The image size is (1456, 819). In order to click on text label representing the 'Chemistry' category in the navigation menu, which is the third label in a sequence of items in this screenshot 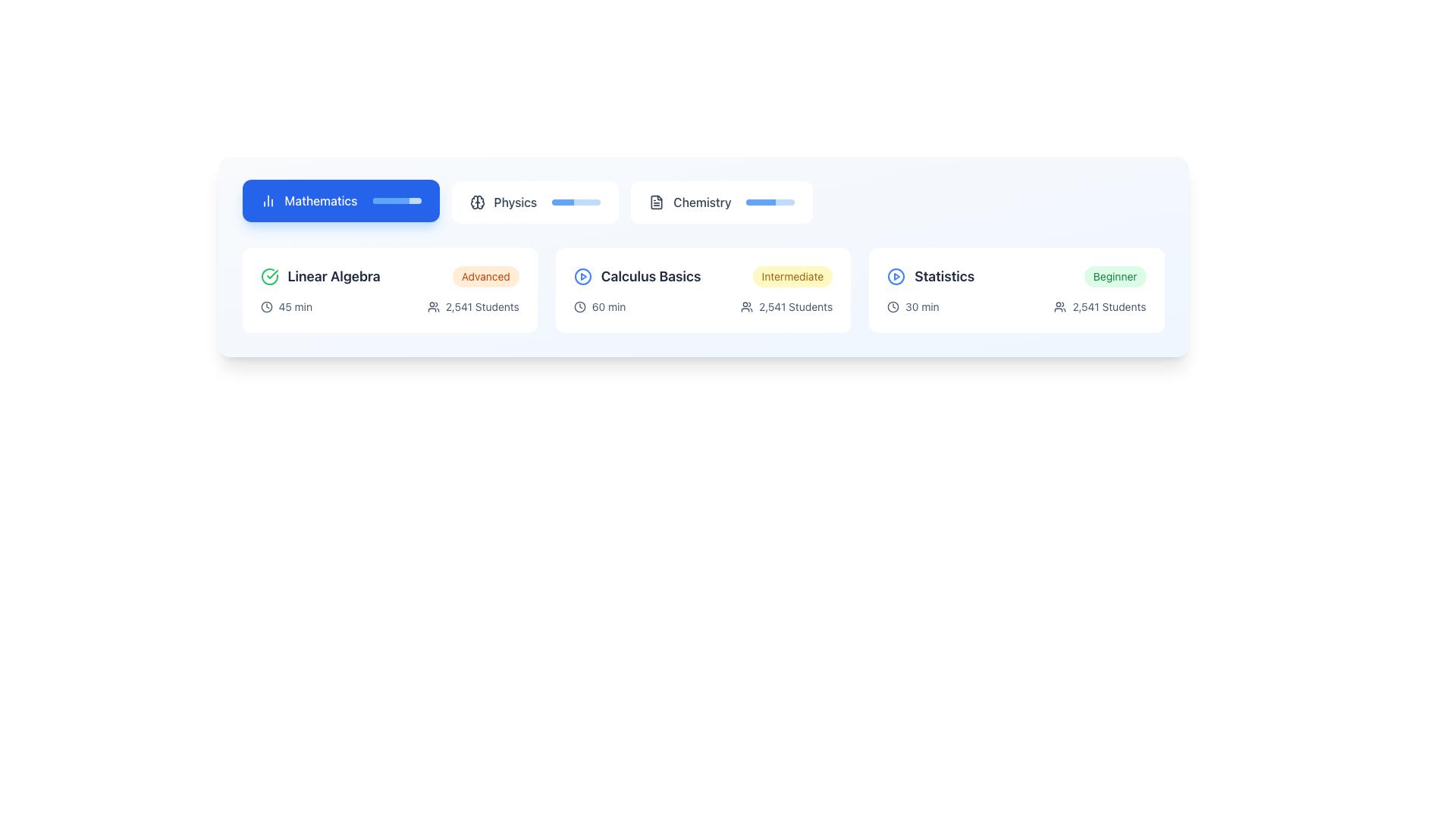, I will do `click(701, 201)`.